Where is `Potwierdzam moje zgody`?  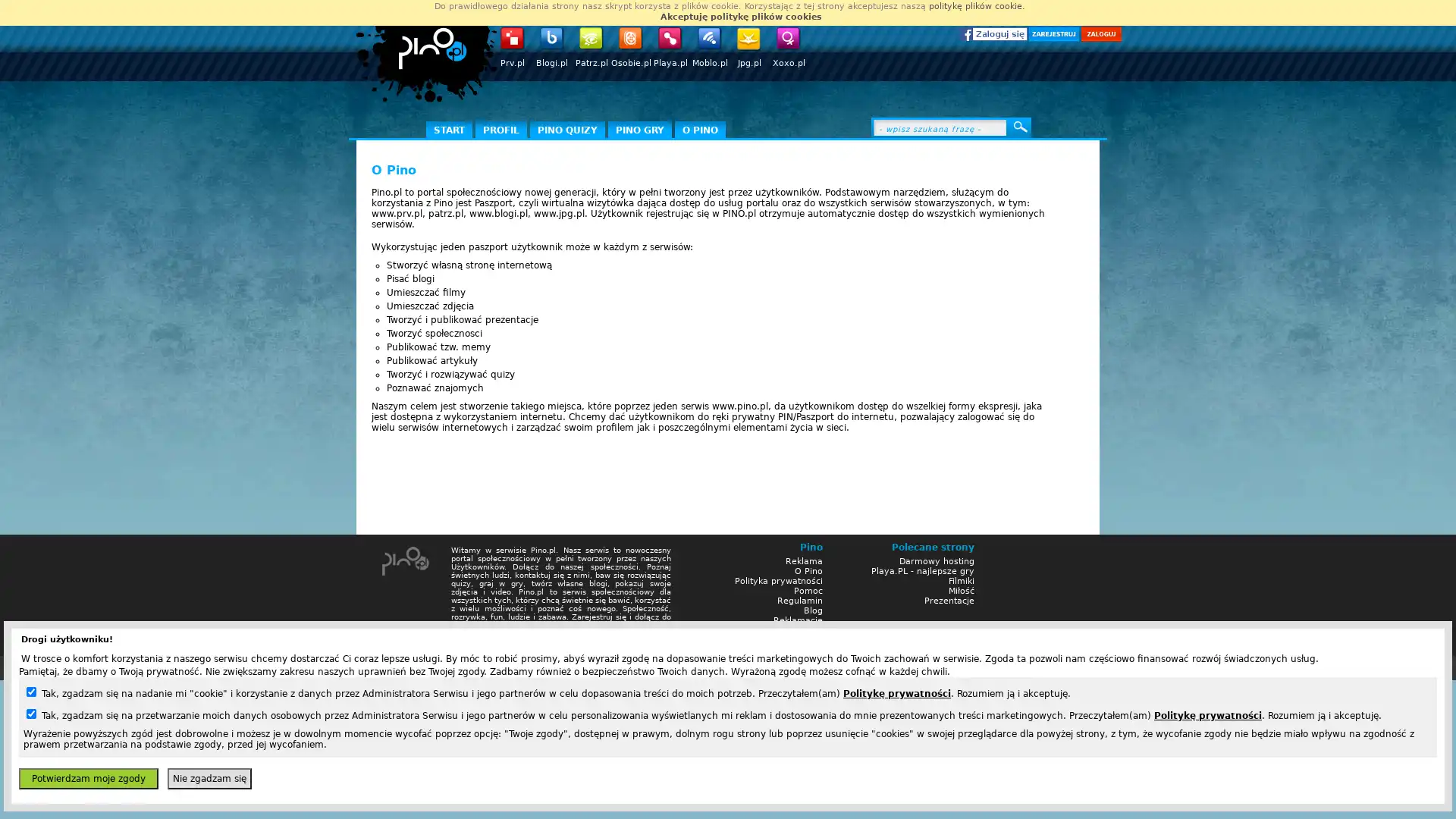 Potwierdzam moje zgody is located at coordinates (87, 778).